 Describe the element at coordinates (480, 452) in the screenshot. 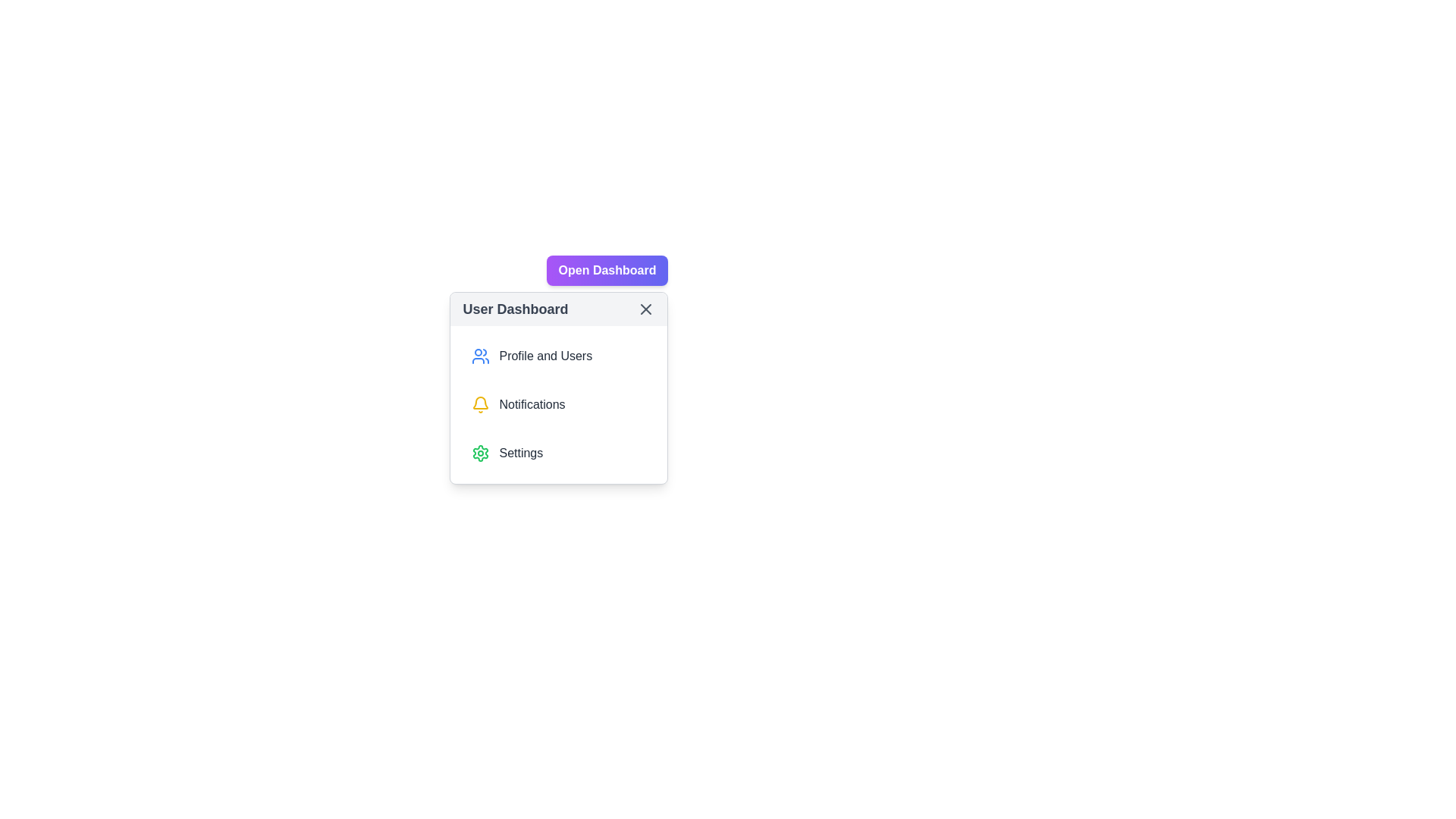

I see `the 'Settings' icon located at the leftmost side of the 'Settings' option within the drop-down menu labeled 'User Dashboard'` at that location.